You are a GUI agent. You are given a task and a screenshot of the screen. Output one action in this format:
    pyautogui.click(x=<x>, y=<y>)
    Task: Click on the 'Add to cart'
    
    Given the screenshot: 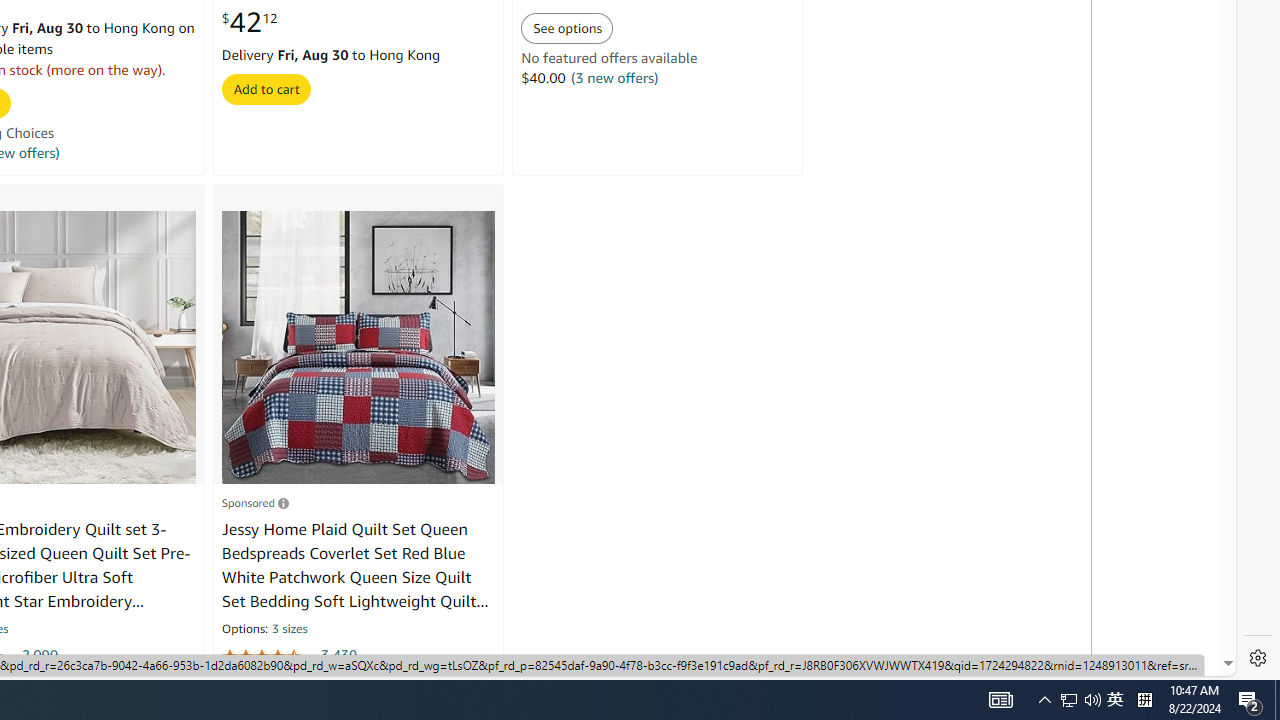 What is the action you would take?
    pyautogui.click(x=264, y=87)
    